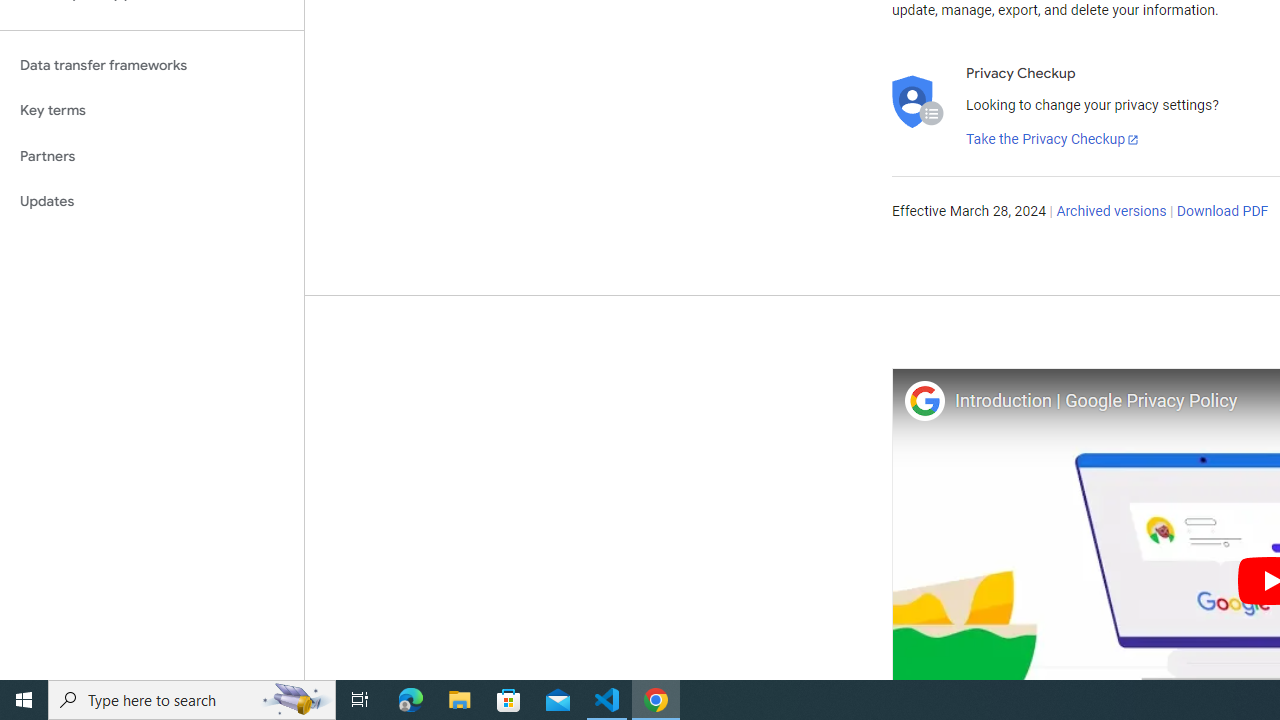  What do you see at coordinates (923, 400) in the screenshot?
I see `'Photo image of Google'` at bounding box center [923, 400].